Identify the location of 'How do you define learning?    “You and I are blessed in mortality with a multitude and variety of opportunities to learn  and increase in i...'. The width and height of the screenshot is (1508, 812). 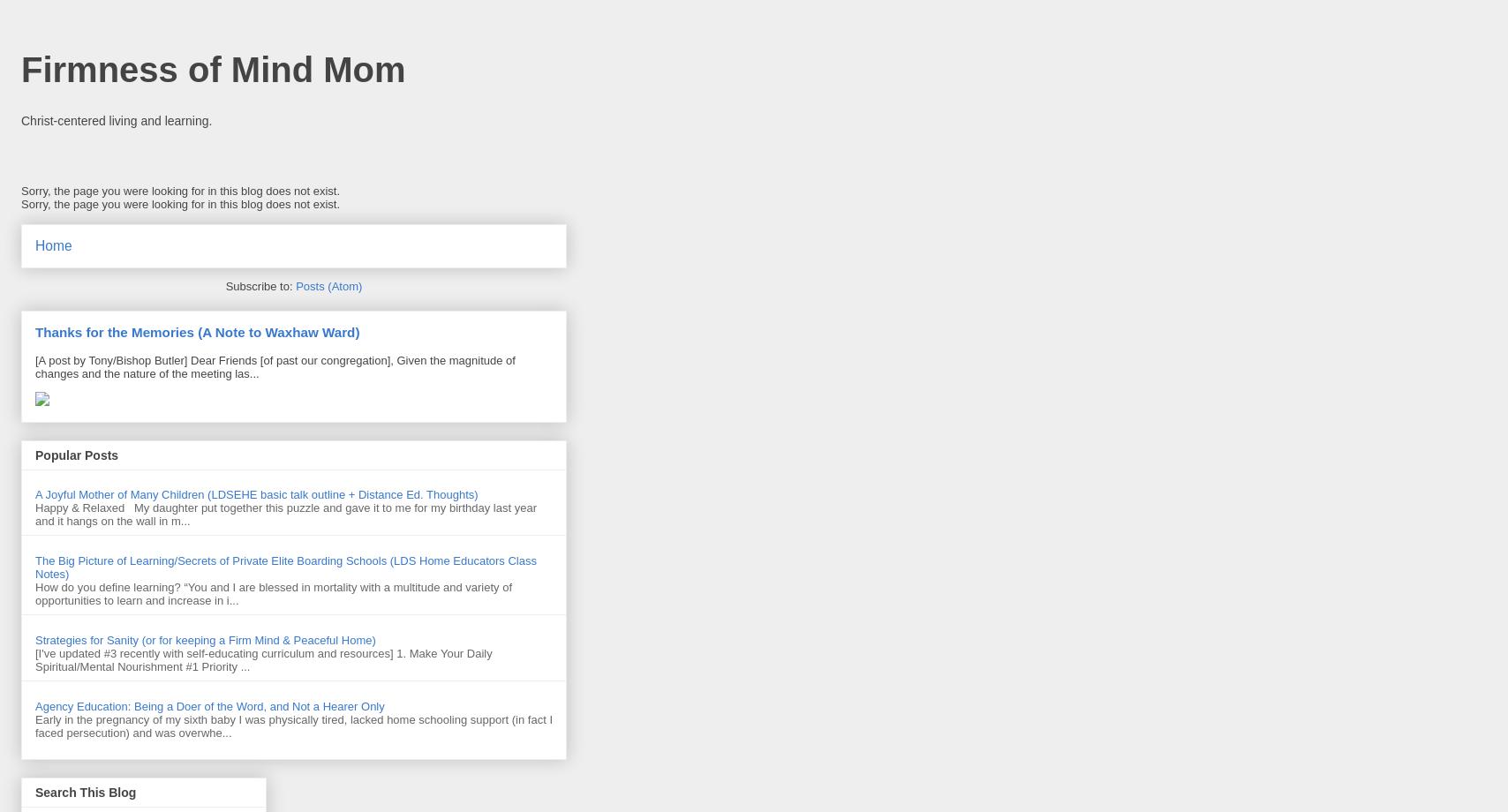
(274, 592).